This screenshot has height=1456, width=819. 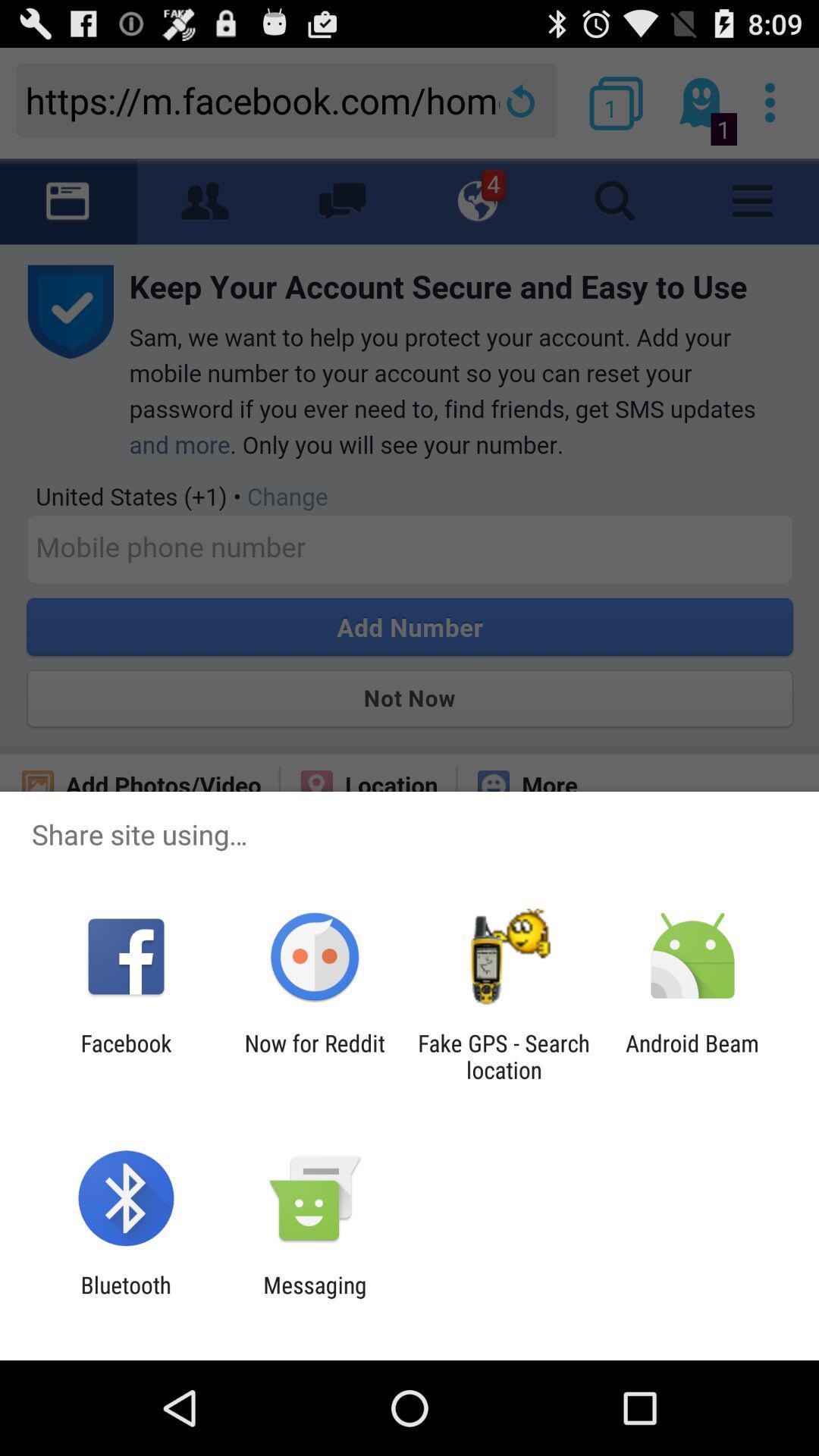 I want to click on item next to the fake gps search icon, so click(x=314, y=1056).